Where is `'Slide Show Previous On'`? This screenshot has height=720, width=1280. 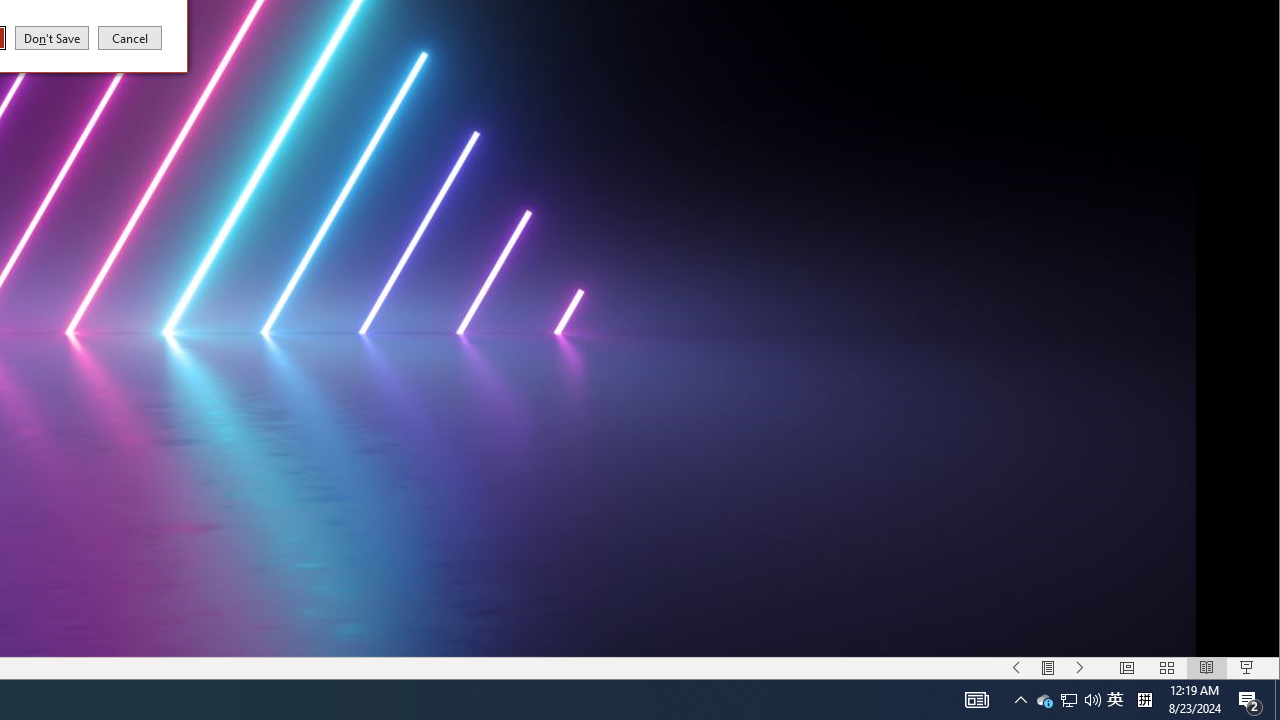 'Slide Show Previous On' is located at coordinates (1047, 668).